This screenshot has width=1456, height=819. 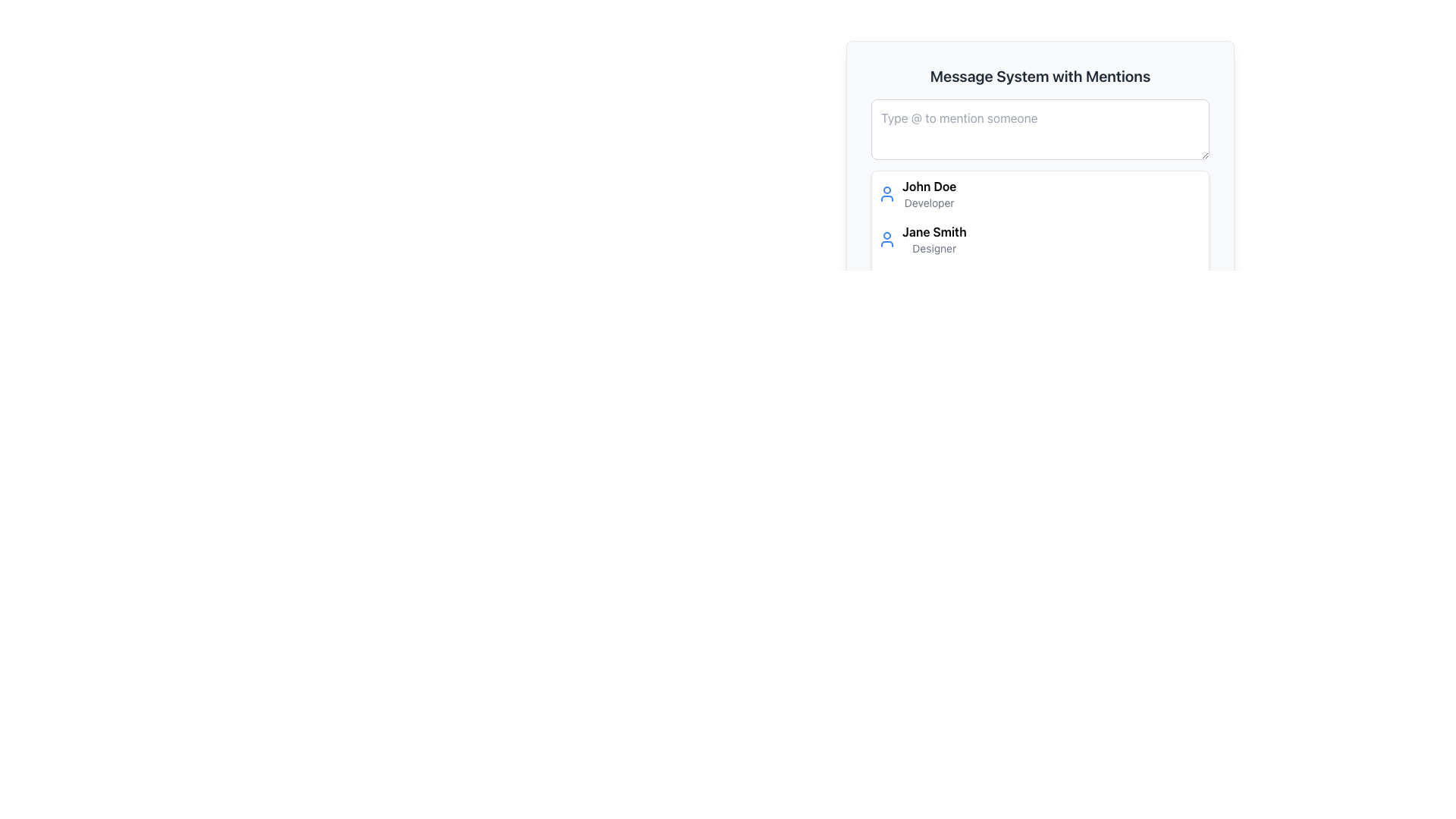 I want to click on the user profile icon for 'Jane Smith', which is located at the top-left region of the list item for 'Jane Smith Designer', so click(x=887, y=239).